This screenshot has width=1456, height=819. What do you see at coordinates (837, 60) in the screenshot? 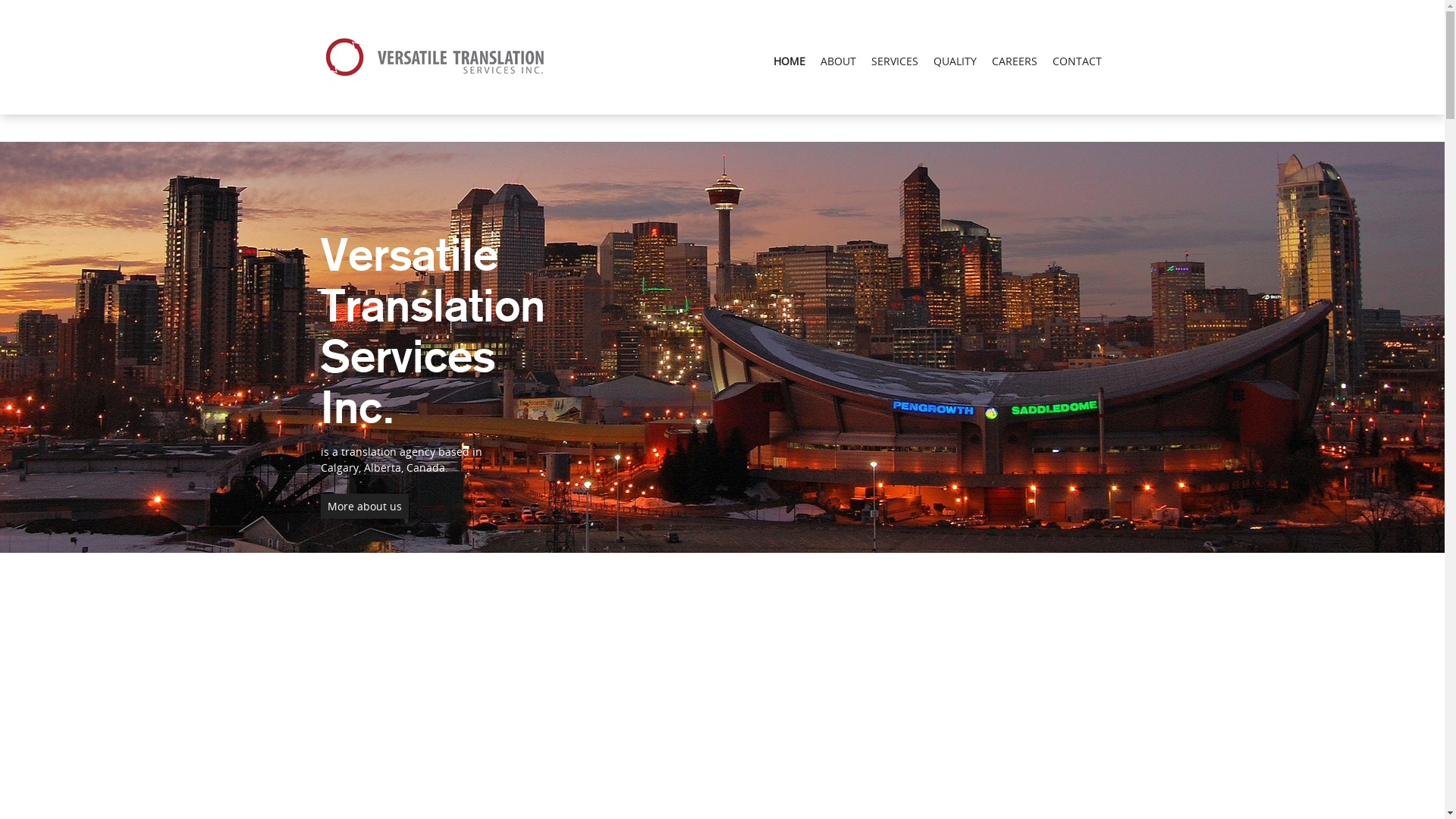
I see `'ABOUT'` at bounding box center [837, 60].